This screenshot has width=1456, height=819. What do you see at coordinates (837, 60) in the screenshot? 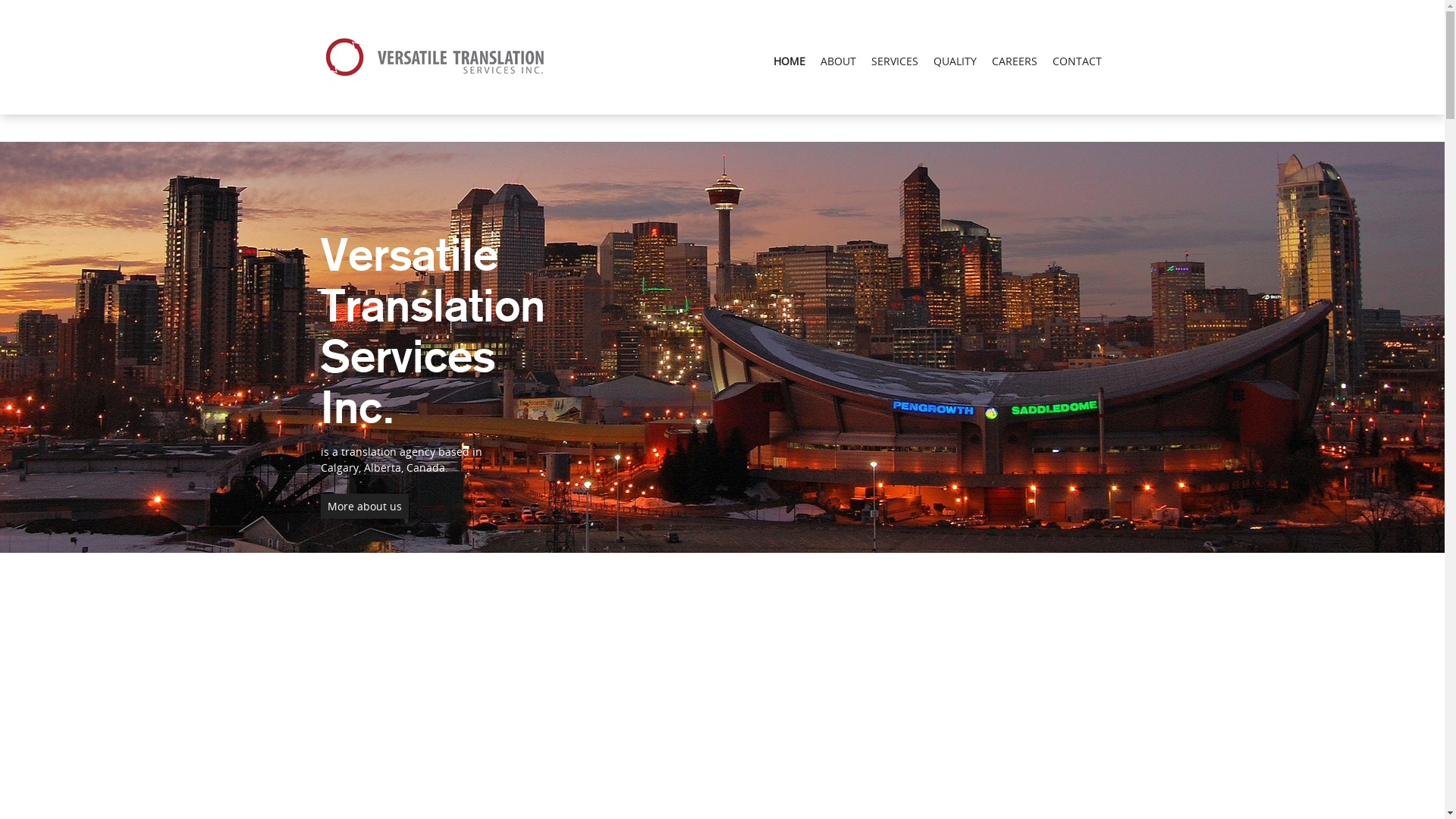
I see `'ABOUT'` at bounding box center [837, 60].